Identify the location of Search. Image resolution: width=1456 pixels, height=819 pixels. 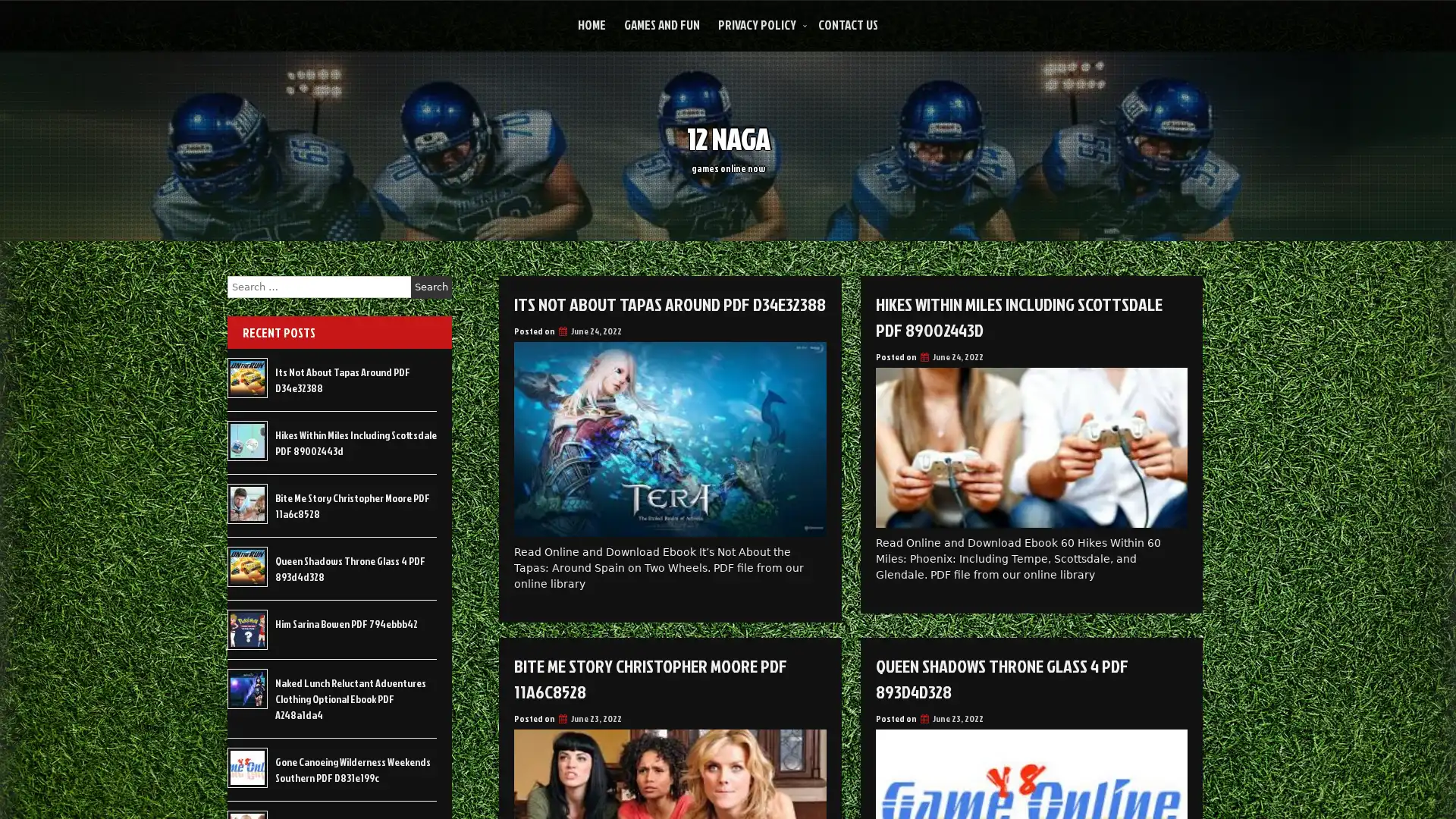
(431, 287).